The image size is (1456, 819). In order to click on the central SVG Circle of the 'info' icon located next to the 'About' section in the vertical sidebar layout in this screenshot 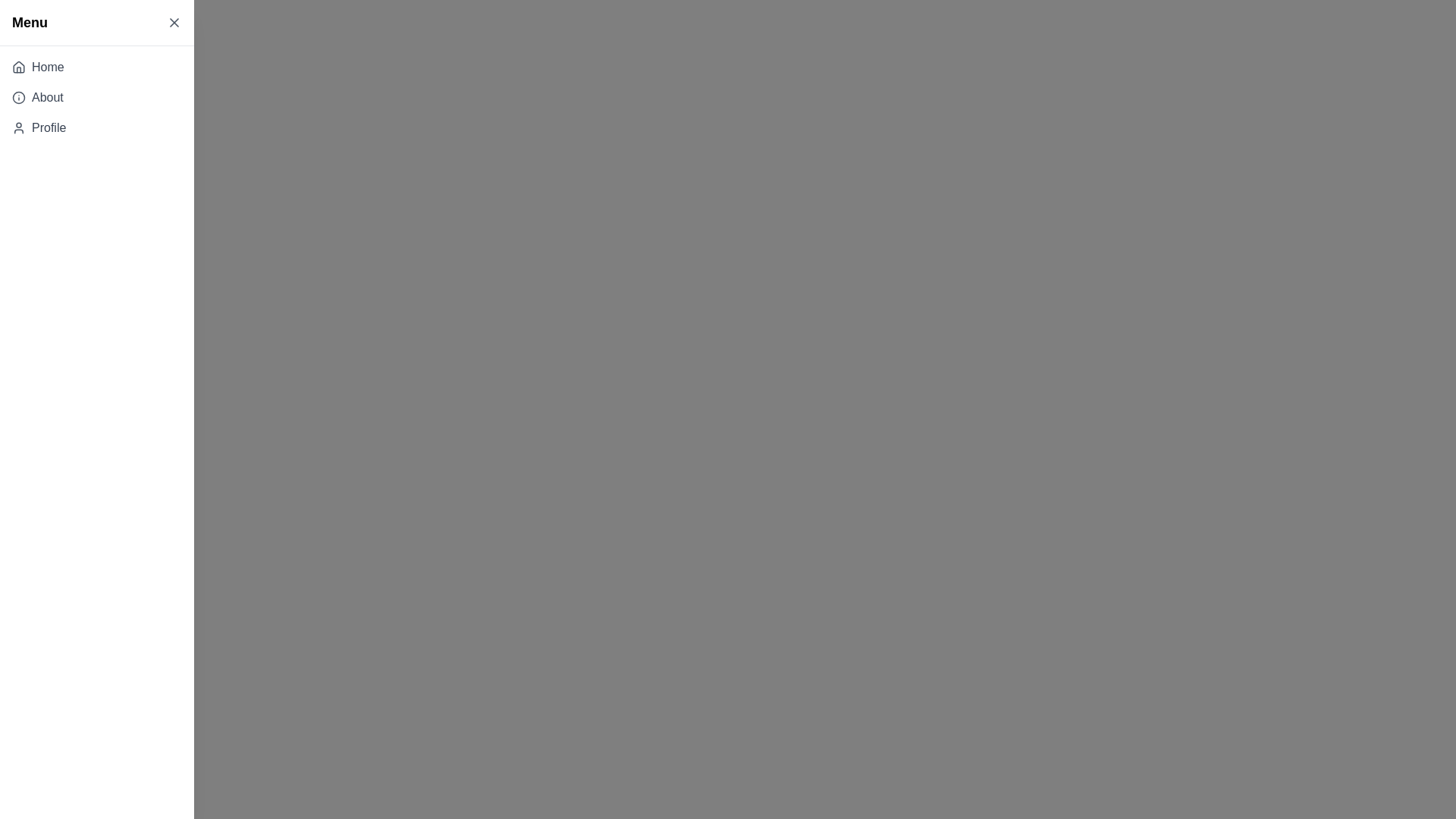, I will do `click(18, 97)`.